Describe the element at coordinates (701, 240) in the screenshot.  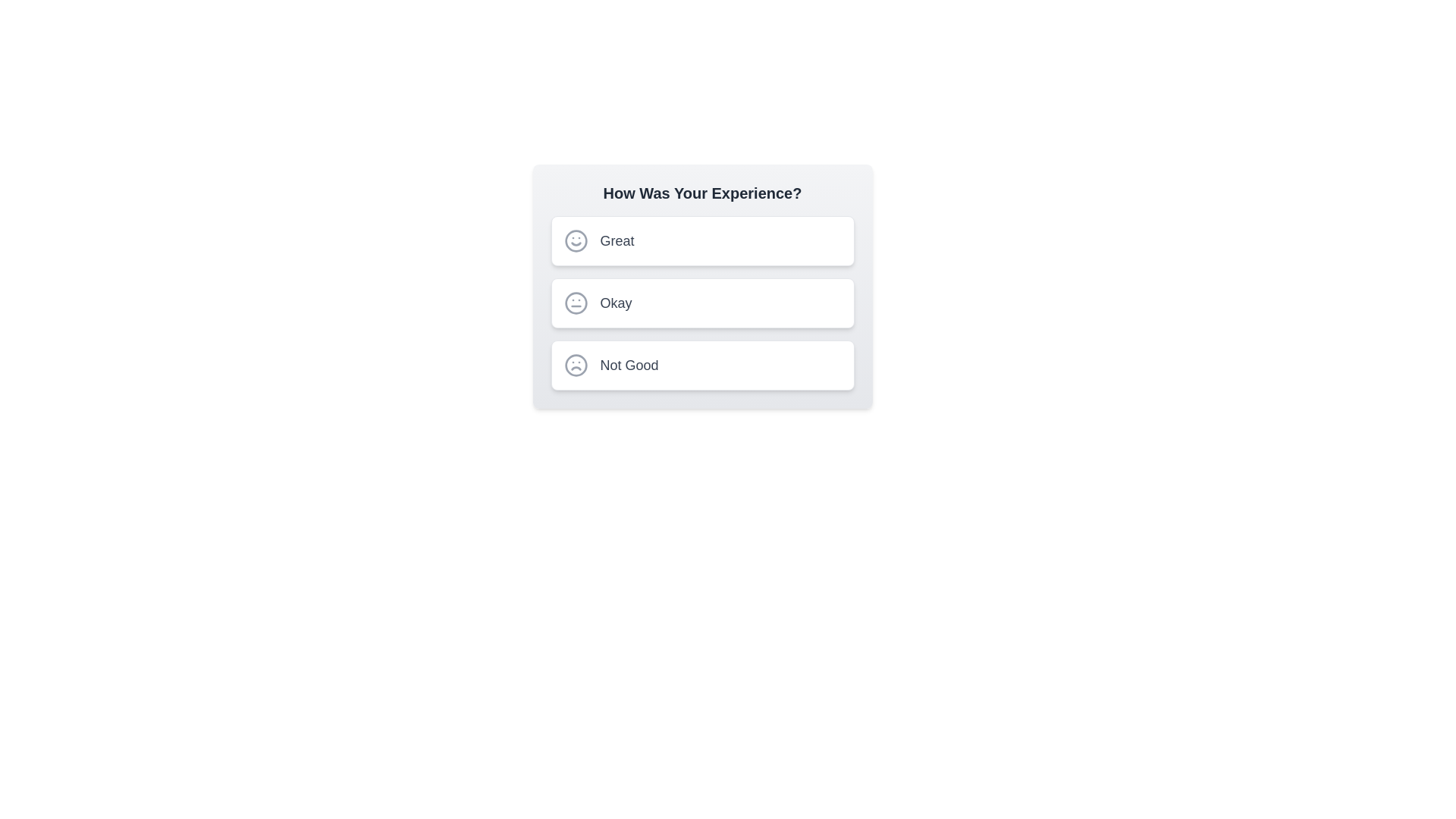
I see `the button-like selection option labeled 'Great' which has a smooth white background, rounded corners, and a gray border` at that location.